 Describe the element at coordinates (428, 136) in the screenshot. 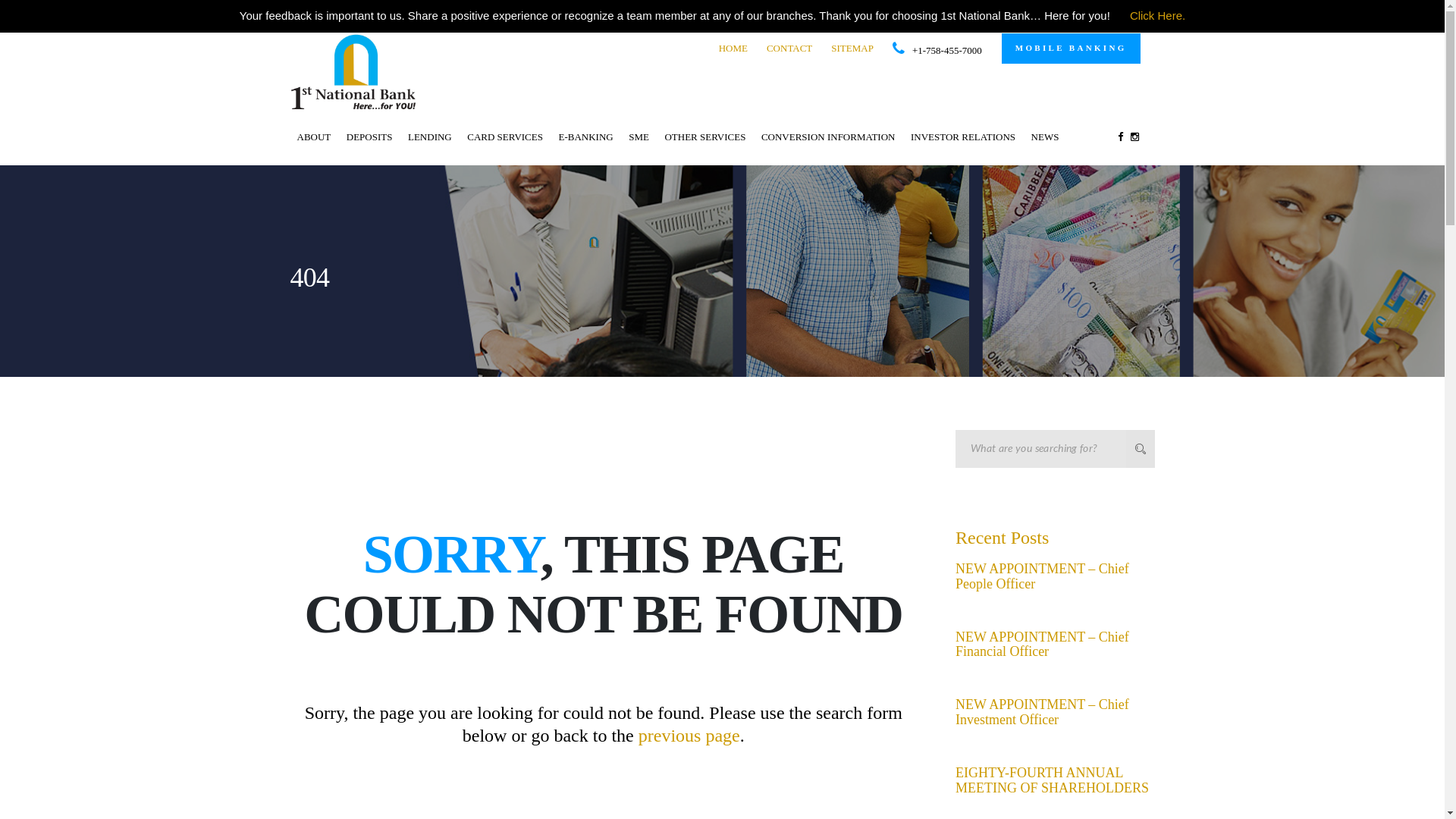

I see `'LENDING'` at that location.